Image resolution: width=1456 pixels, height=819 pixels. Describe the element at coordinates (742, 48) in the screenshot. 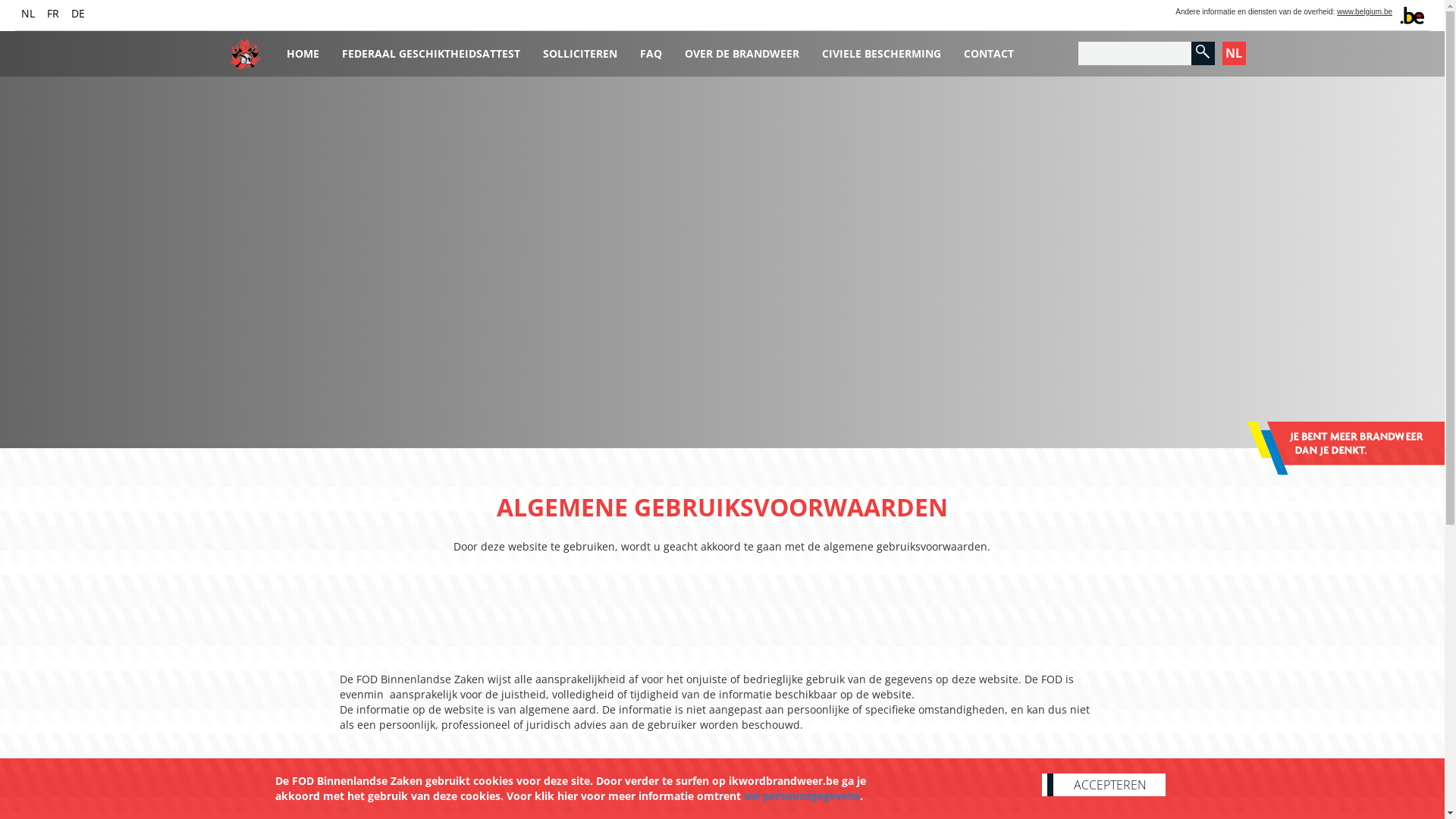

I see `'OVER DE BRANDWEER'` at that location.